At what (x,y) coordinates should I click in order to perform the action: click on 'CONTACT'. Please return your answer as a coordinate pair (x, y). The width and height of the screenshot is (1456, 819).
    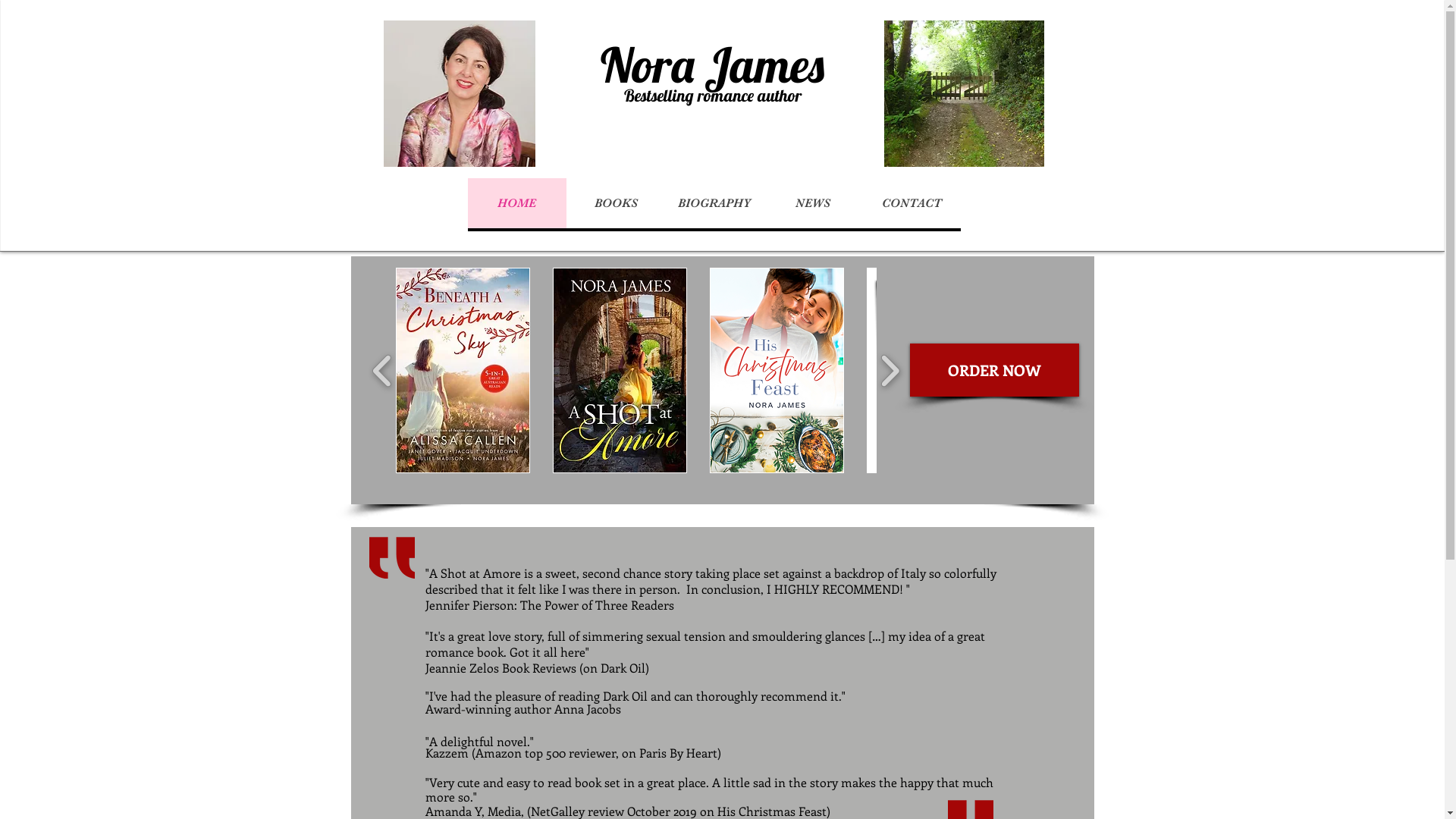
    Looking at the image, I should click on (910, 202).